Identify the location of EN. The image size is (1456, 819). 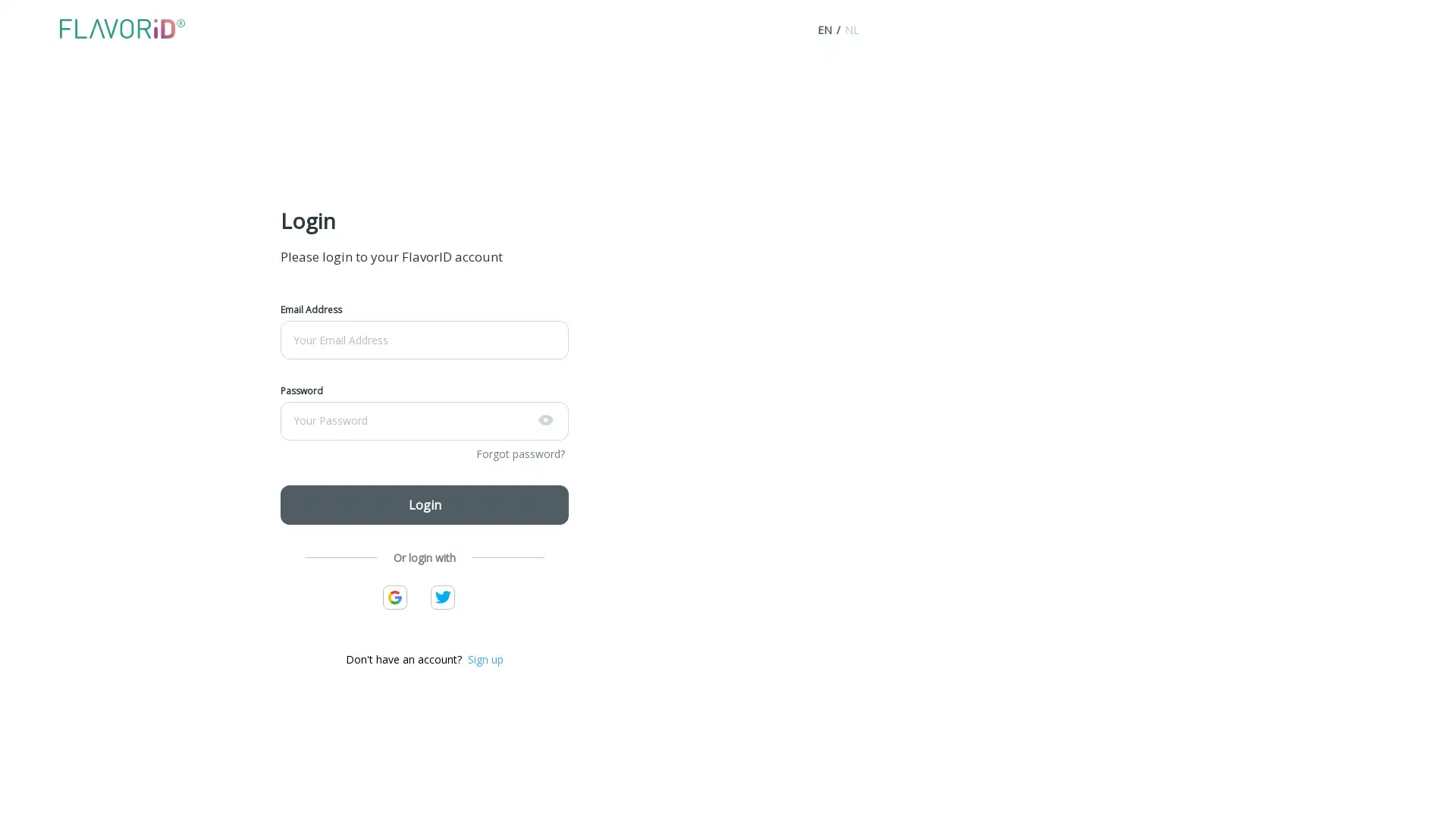
(823, 30).